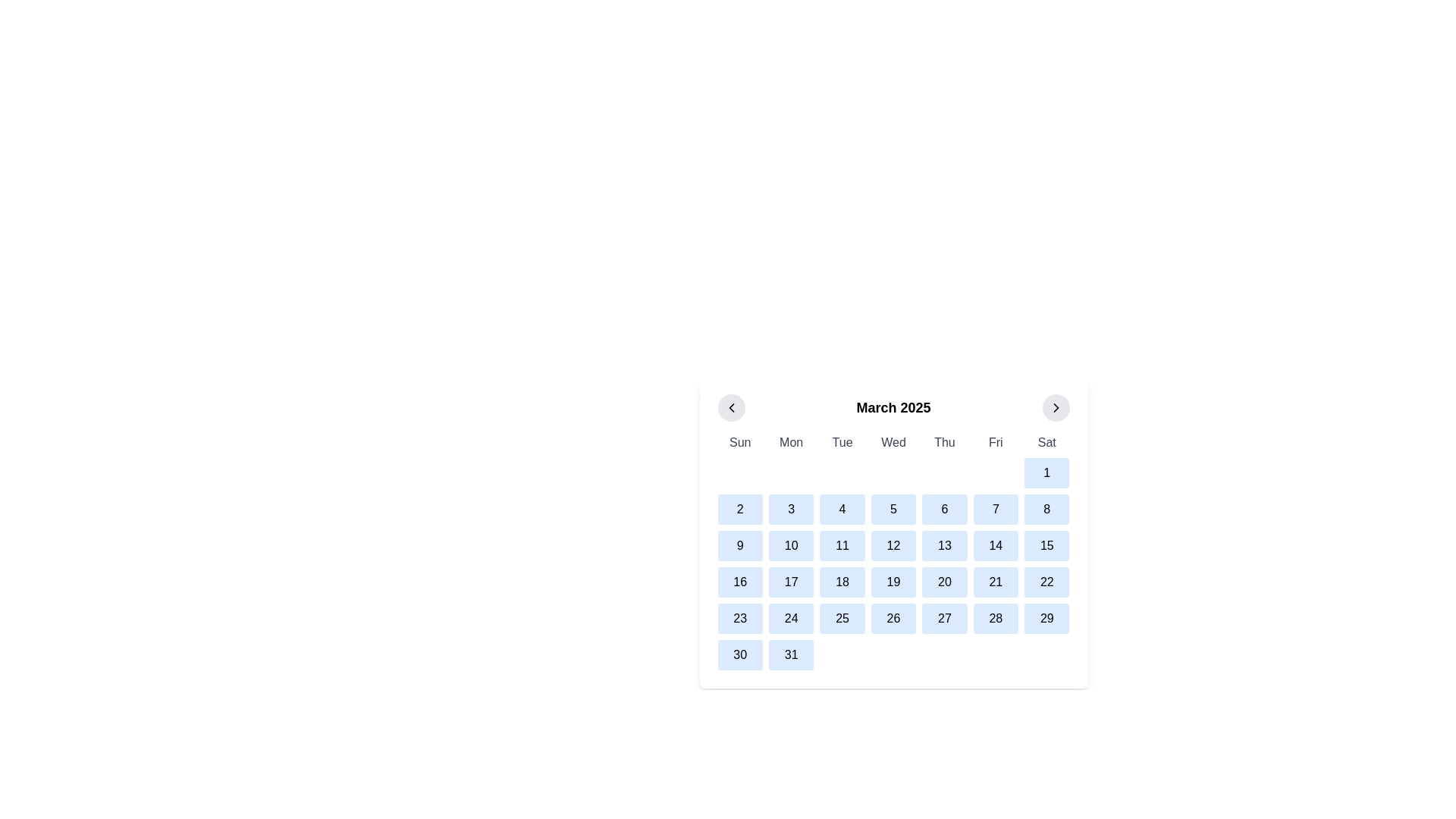 The height and width of the screenshot is (819, 1456). I want to click on the button that allows users to navigate to the previous month in the calendar, so click(731, 406).